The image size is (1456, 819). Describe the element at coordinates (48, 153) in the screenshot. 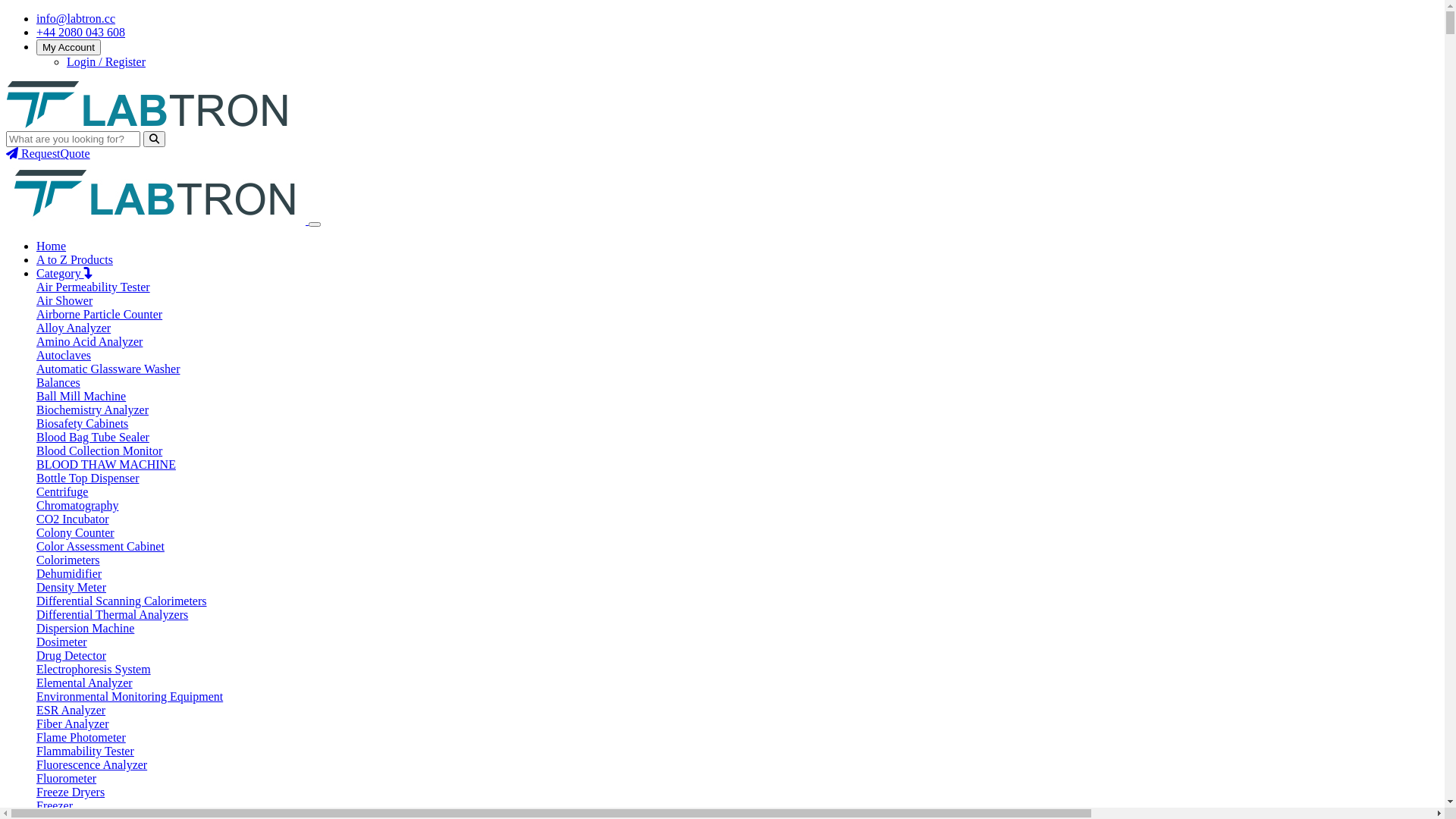

I see `'RequestQuote'` at that location.